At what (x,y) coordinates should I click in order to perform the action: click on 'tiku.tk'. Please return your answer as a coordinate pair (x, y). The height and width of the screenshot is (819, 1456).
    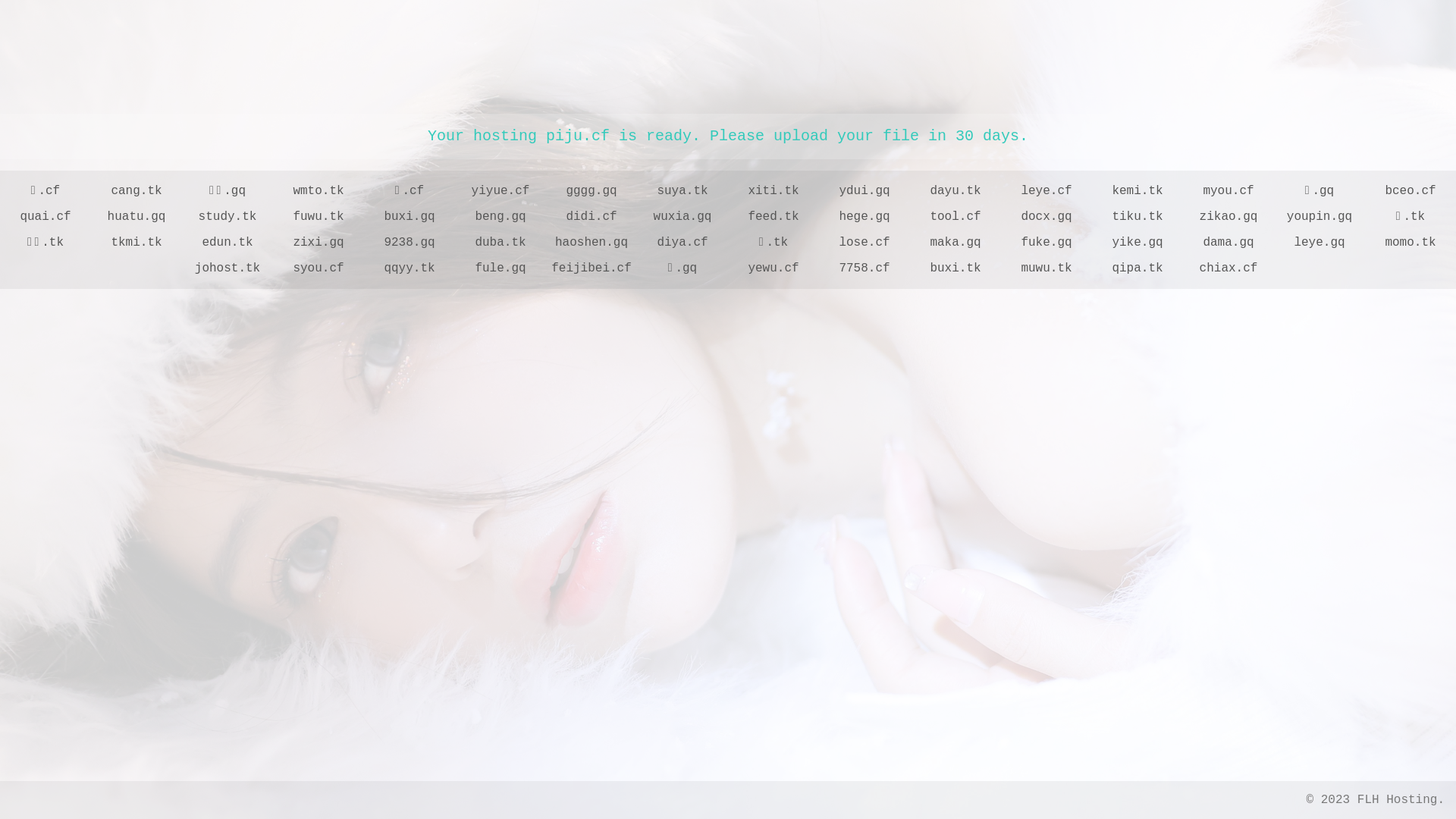
    Looking at the image, I should click on (1092, 216).